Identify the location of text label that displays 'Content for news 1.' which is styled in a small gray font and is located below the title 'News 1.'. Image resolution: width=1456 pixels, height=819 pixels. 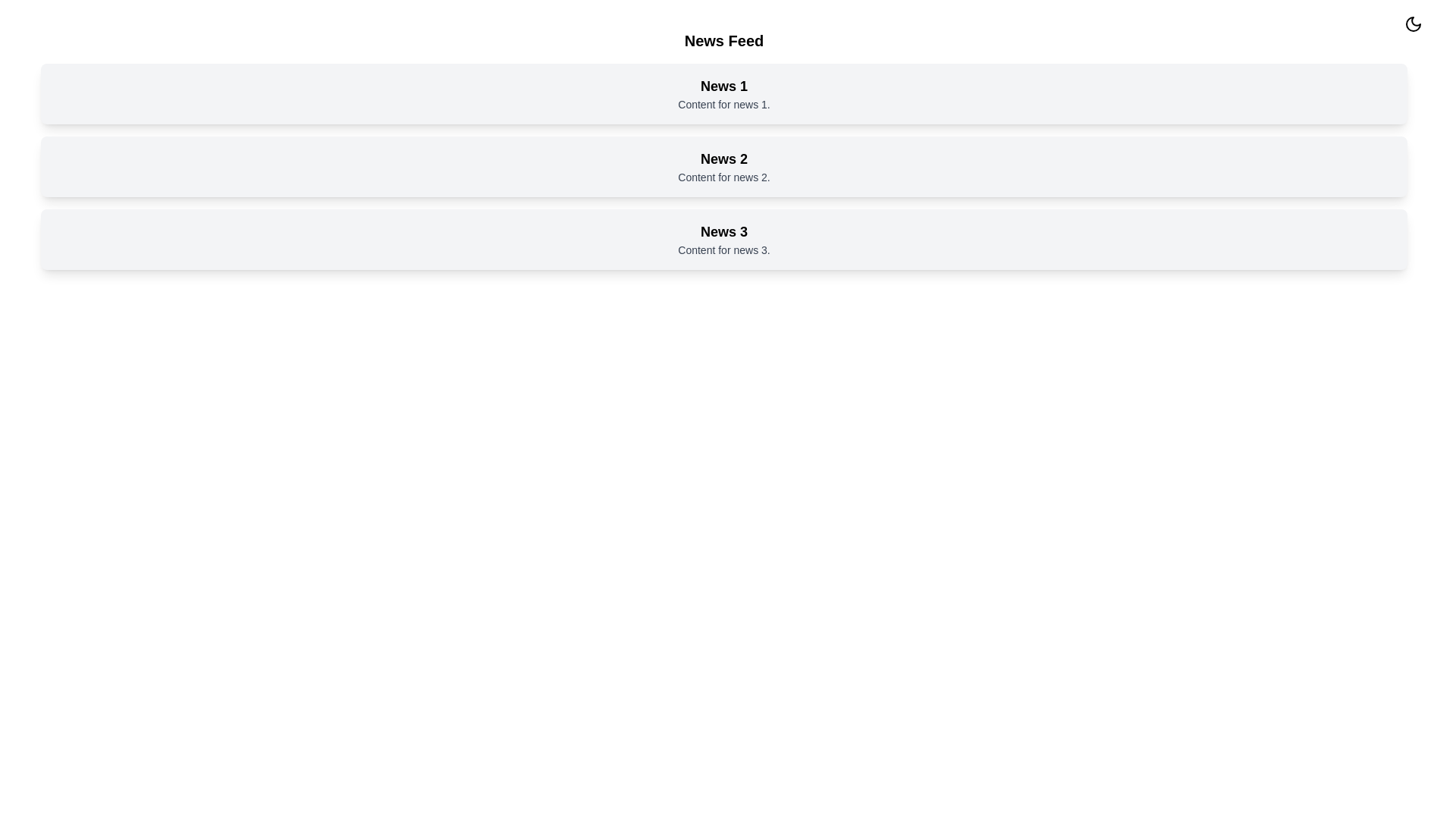
(723, 104).